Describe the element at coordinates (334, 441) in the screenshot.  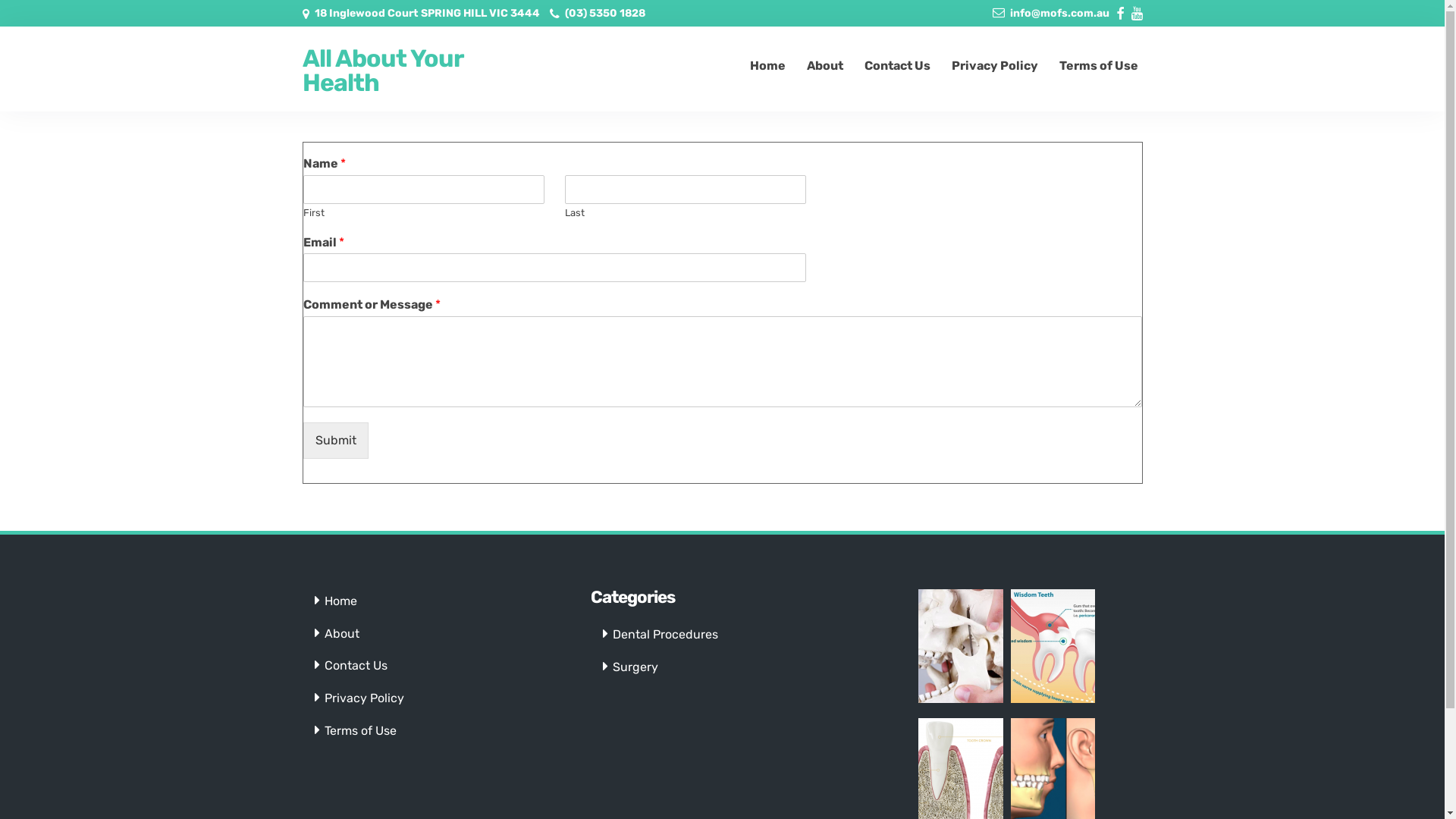
I see `'Submit'` at that location.